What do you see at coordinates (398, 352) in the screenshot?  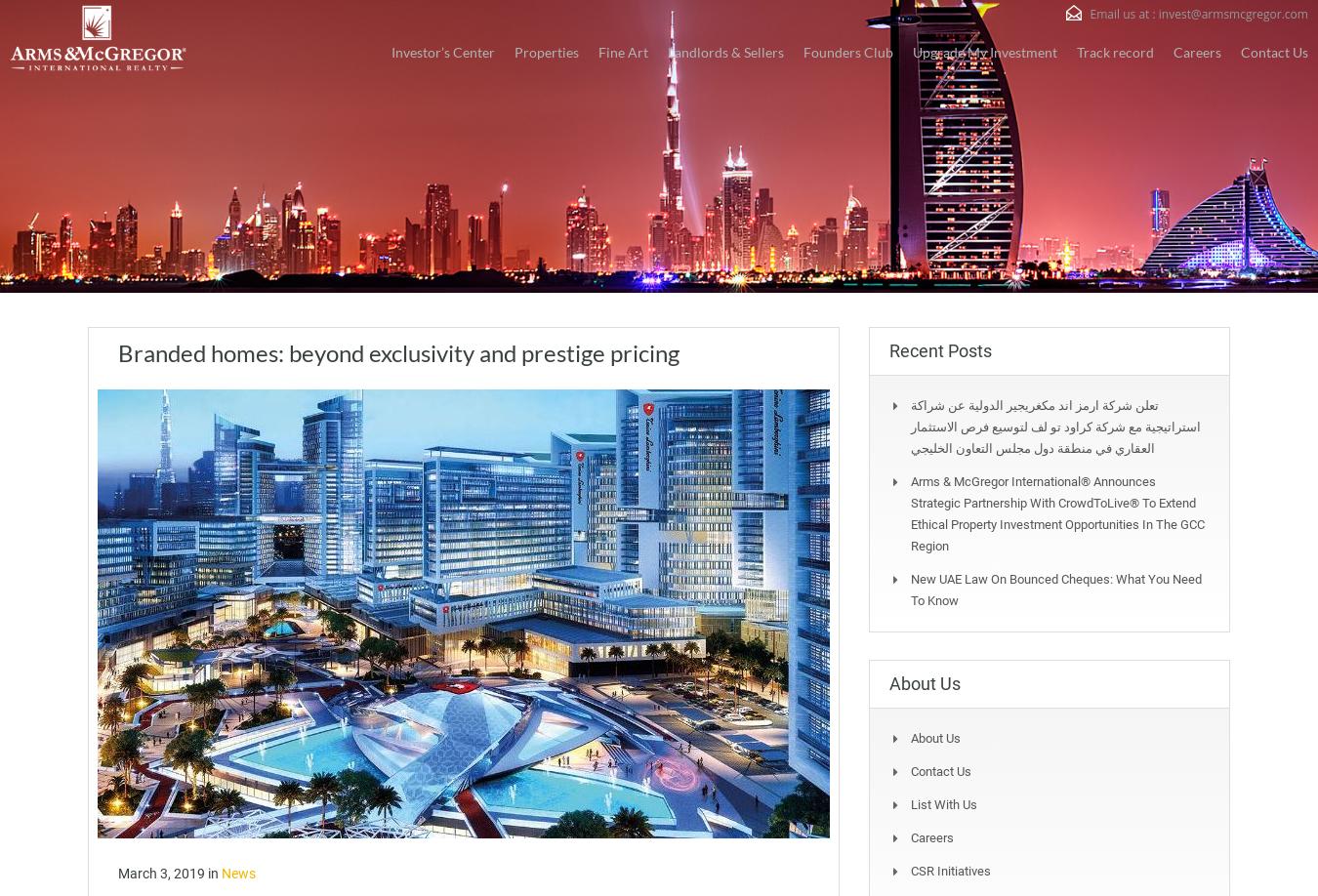 I see `'Branded homes: beyond exclusivity and prestige pricing'` at bounding box center [398, 352].